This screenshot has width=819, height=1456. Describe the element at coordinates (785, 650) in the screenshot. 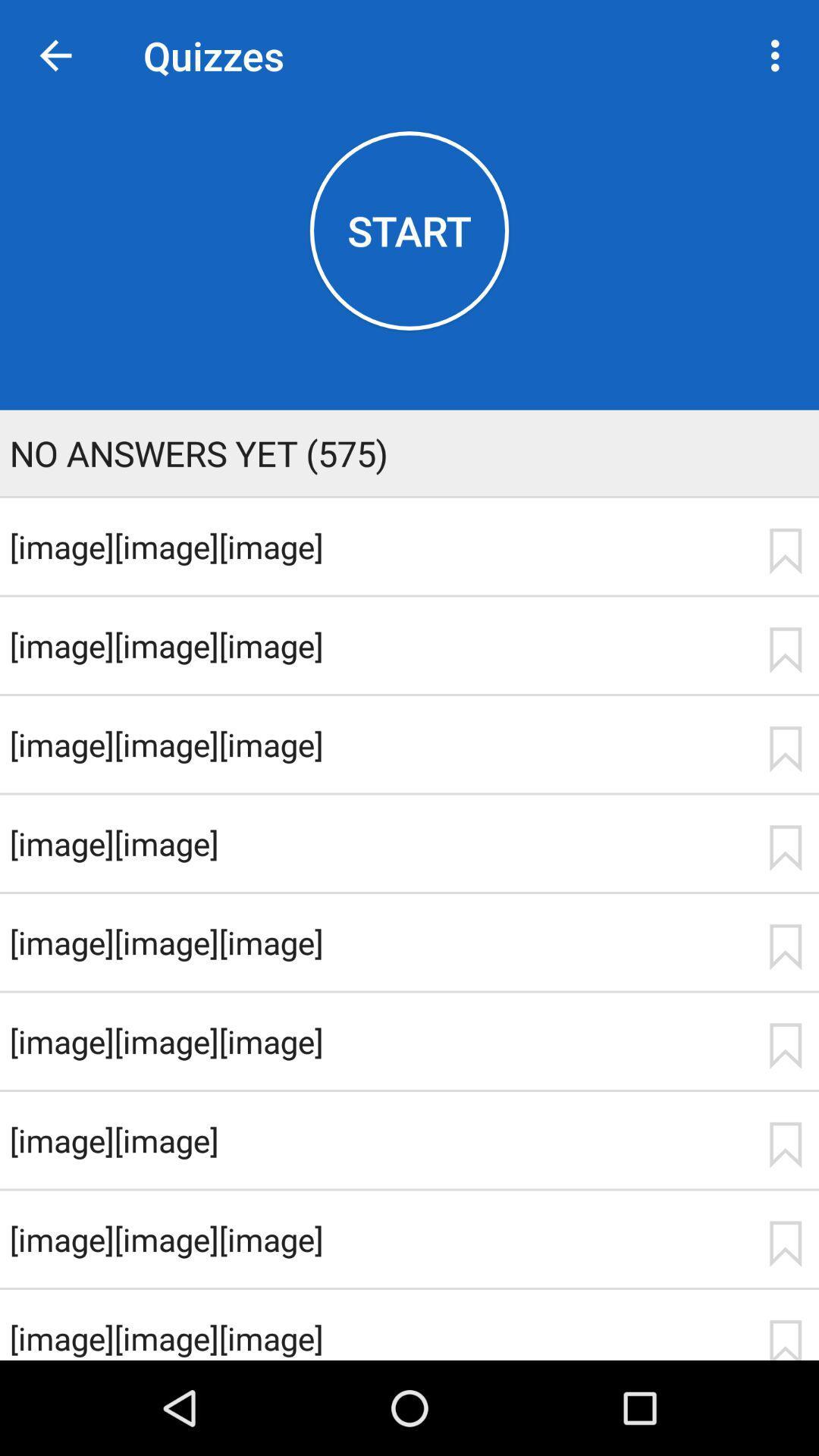

I see `bookmark` at that location.